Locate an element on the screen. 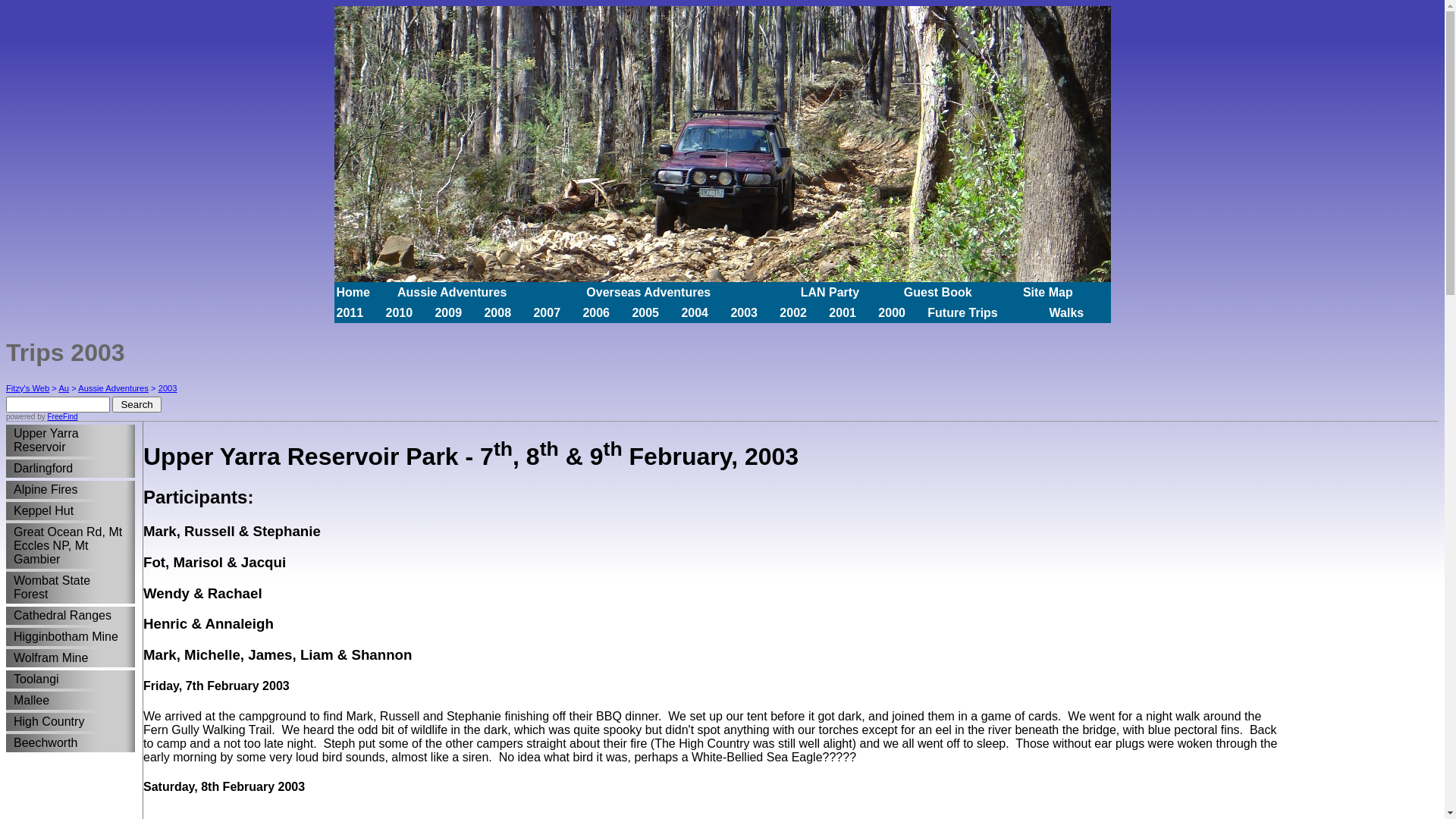 Image resolution: width=1456 pixels, height=819 pixels. '2002' is located at coordinates (792, 312).